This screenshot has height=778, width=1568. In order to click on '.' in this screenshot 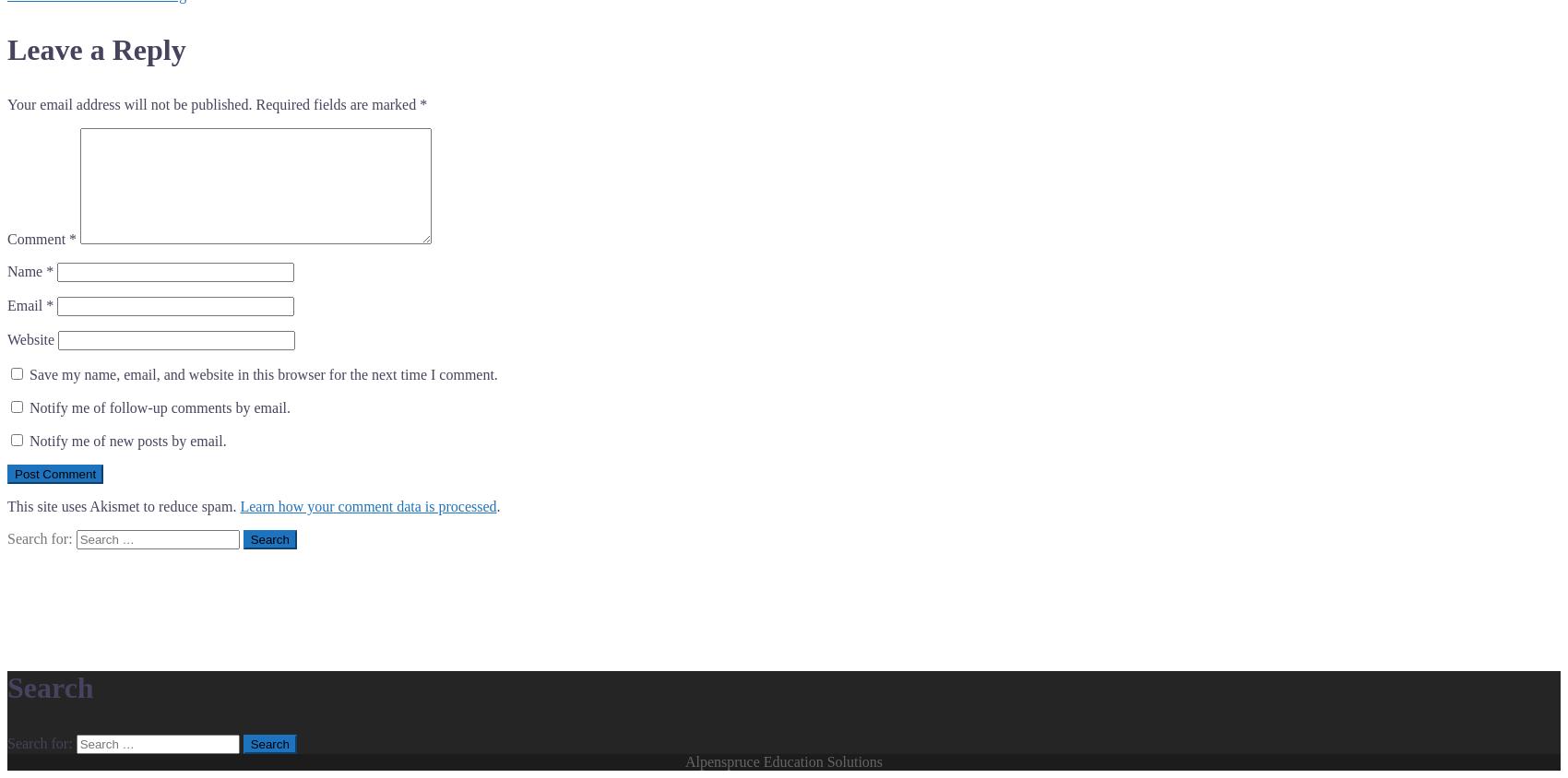, I will do `click(496, 506)`.